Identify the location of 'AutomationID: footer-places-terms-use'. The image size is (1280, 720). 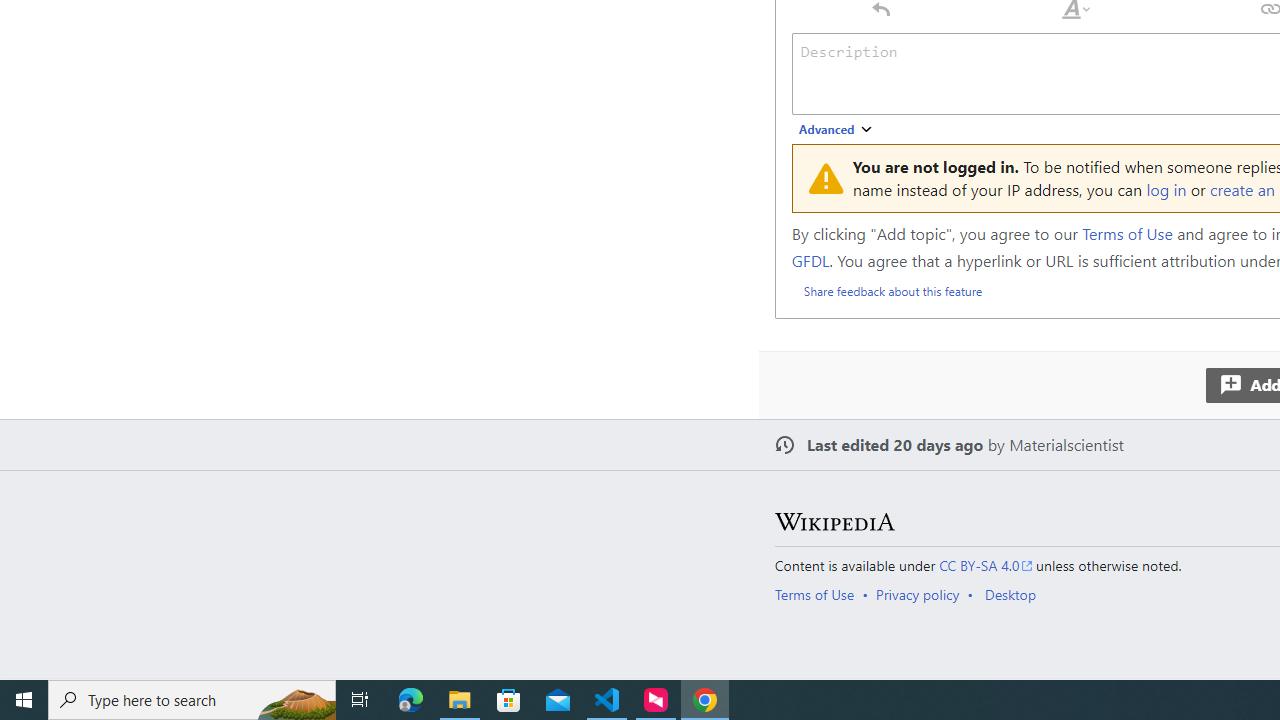
(821, 593).